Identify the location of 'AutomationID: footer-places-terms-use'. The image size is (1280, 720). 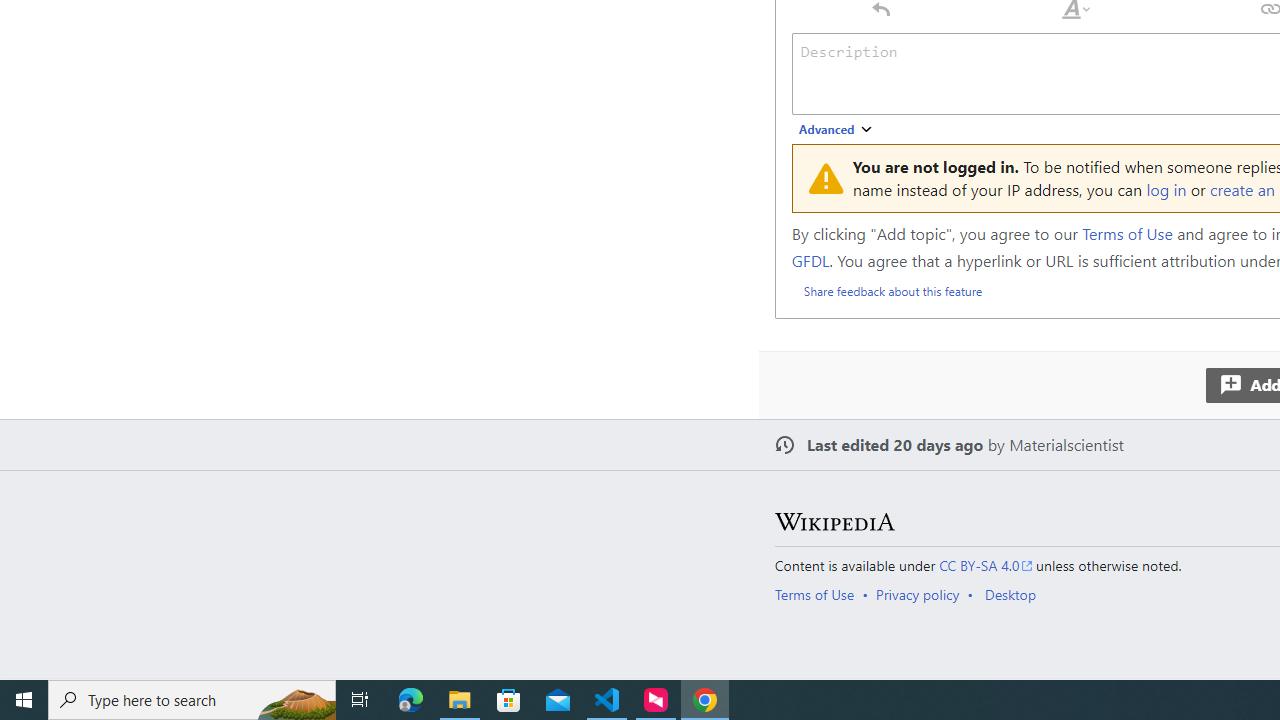
(821, 593).